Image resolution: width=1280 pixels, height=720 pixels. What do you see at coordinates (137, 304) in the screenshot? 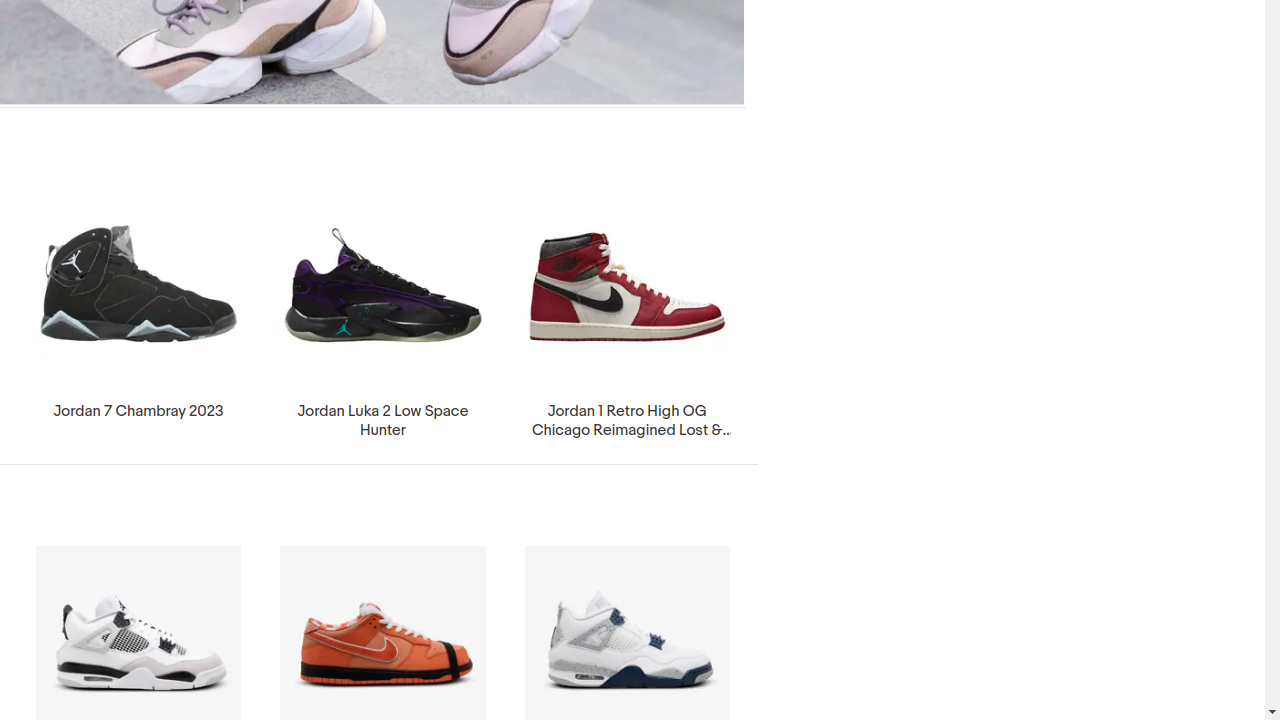
I see `'Jordan 7 Chambray 2023'` at bounding box center [137, 304].